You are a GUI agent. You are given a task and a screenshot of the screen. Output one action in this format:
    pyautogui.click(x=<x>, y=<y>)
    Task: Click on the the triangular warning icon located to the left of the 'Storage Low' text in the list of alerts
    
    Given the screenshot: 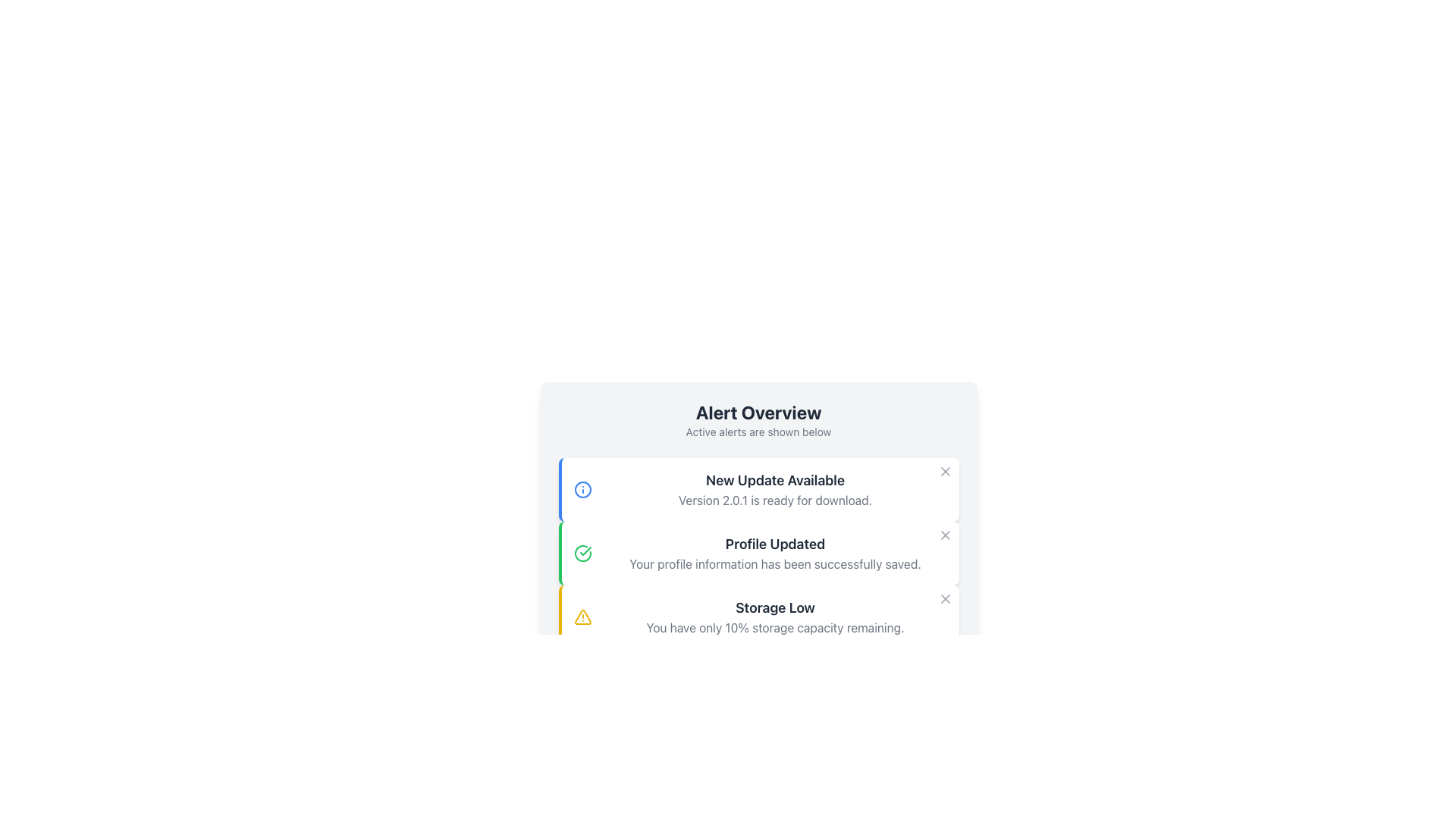 What is the action you would take?
    pyautogui.click(x=582, y=617)
    